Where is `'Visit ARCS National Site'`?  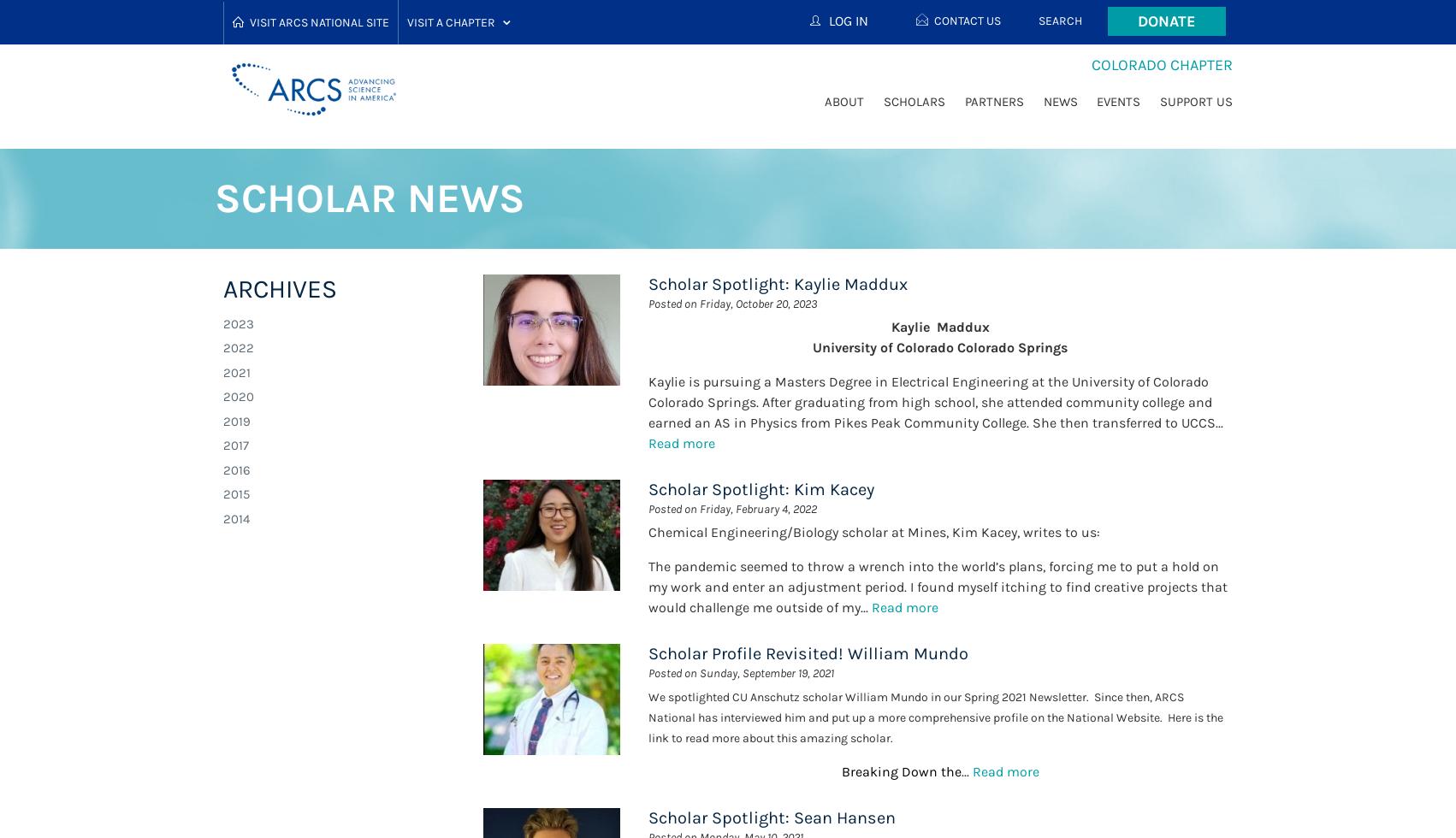
'Visit ARCS National Site' is located at coordinates (319, 22).